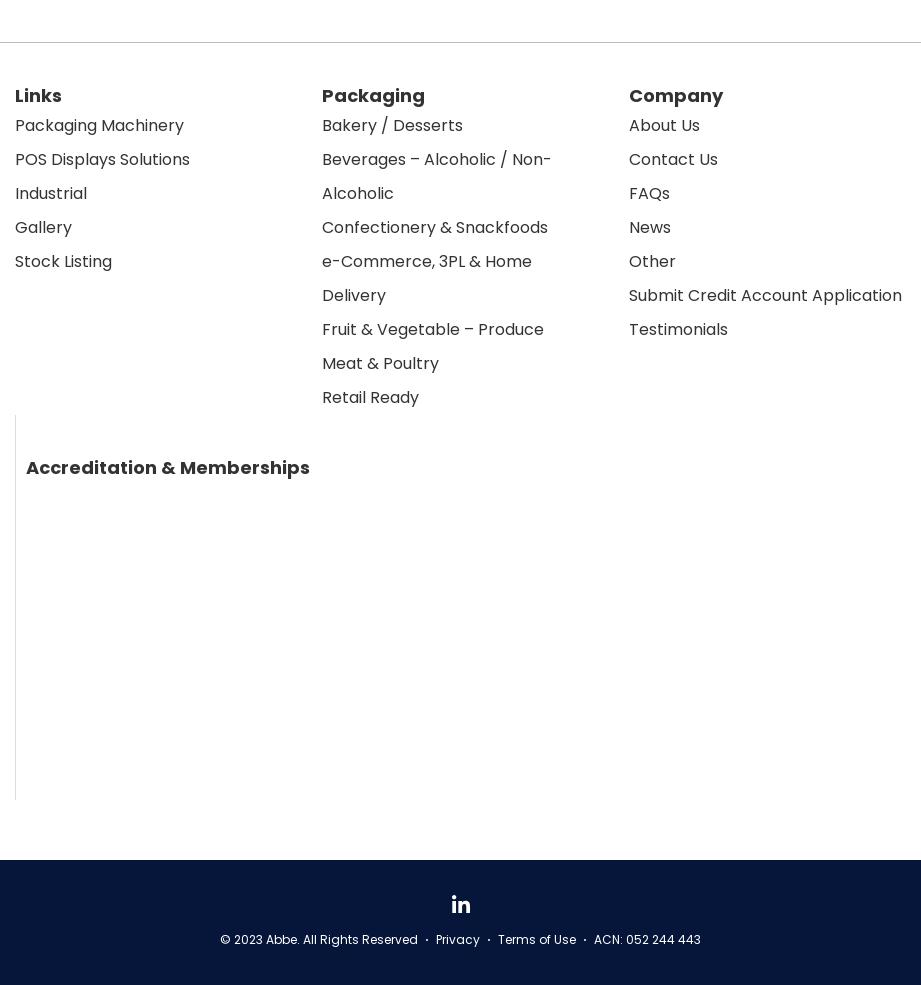  What do you see at coordinates (38, 94) in the screenshot?
I see `'Links'` at bounding box center [38, 94].